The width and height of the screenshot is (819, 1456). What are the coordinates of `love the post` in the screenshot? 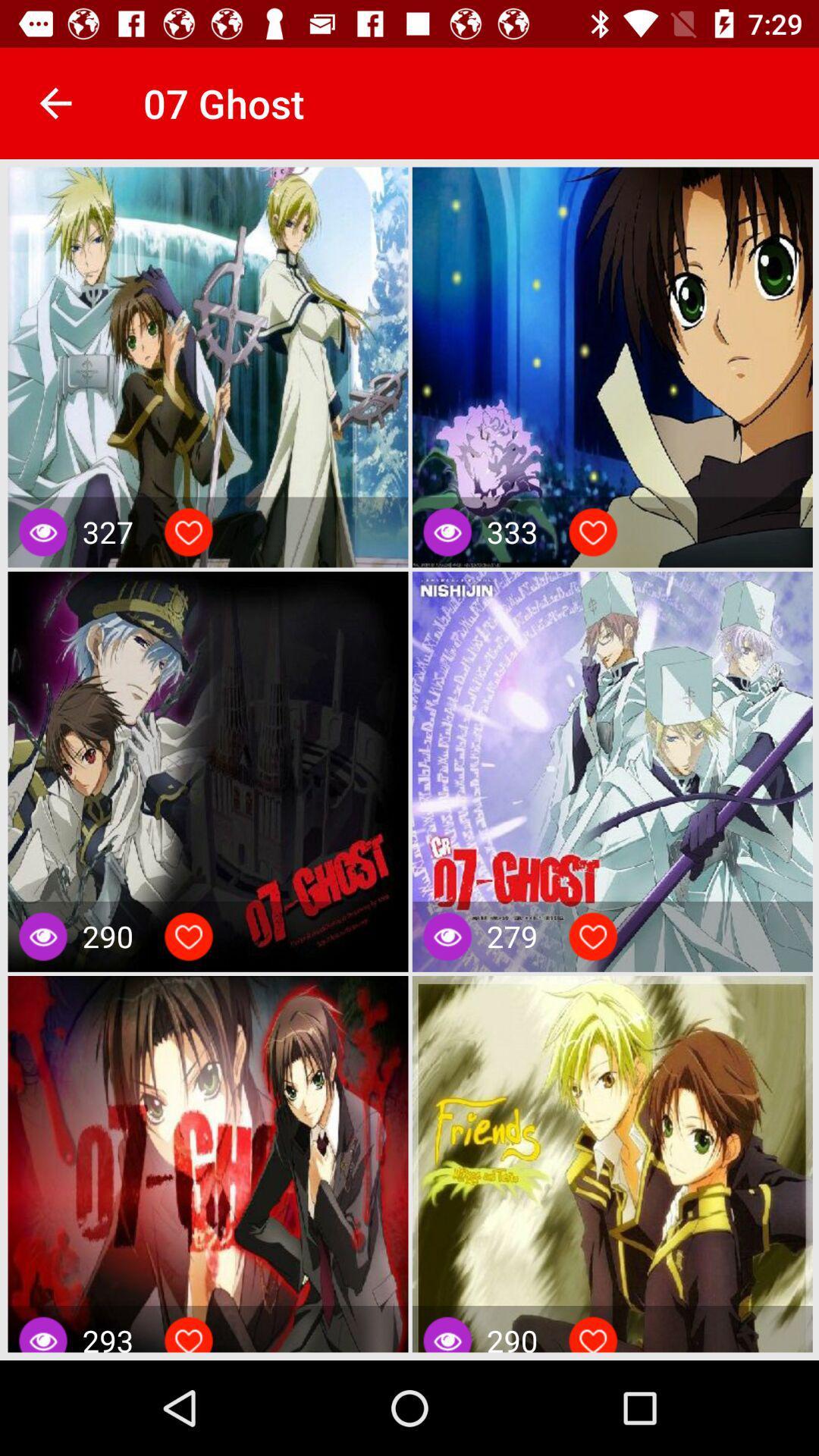 It's located at (188, 532).